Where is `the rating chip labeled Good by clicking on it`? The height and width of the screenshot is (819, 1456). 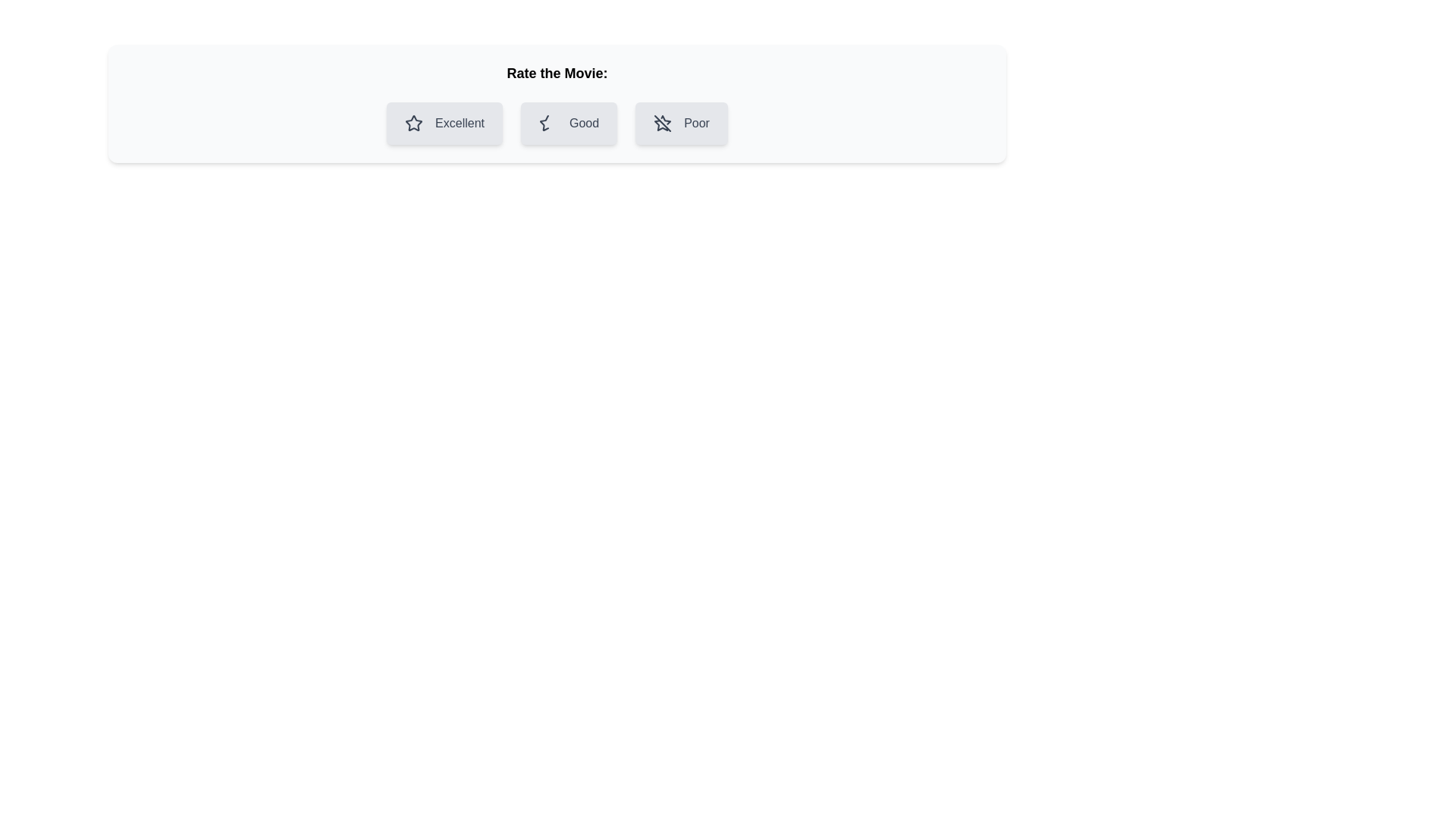
the rating chip labeled Good by clicking on it is located at coordinates (568, 122).